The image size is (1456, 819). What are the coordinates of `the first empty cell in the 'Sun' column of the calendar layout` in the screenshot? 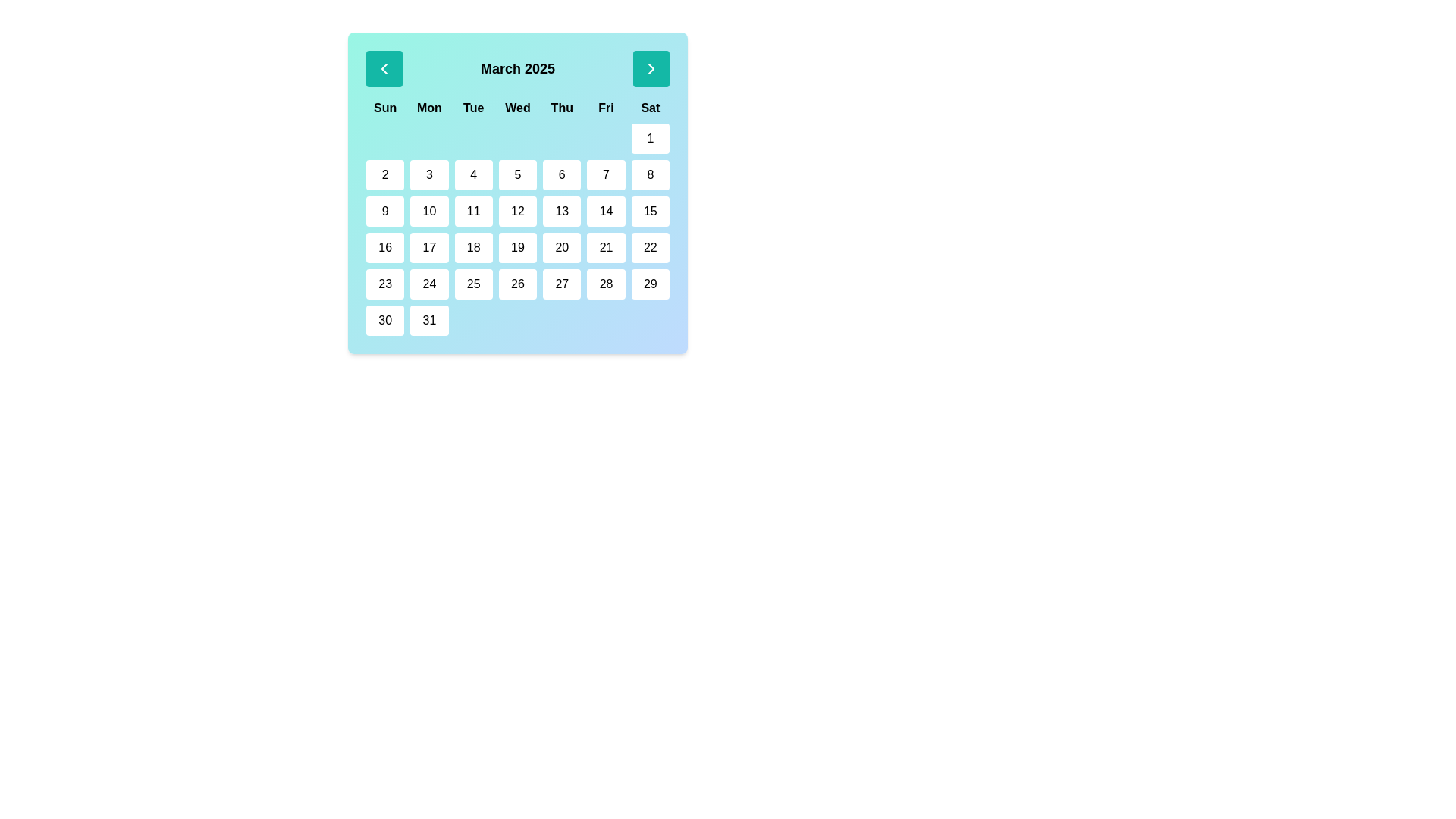 It's located at (385, 138).